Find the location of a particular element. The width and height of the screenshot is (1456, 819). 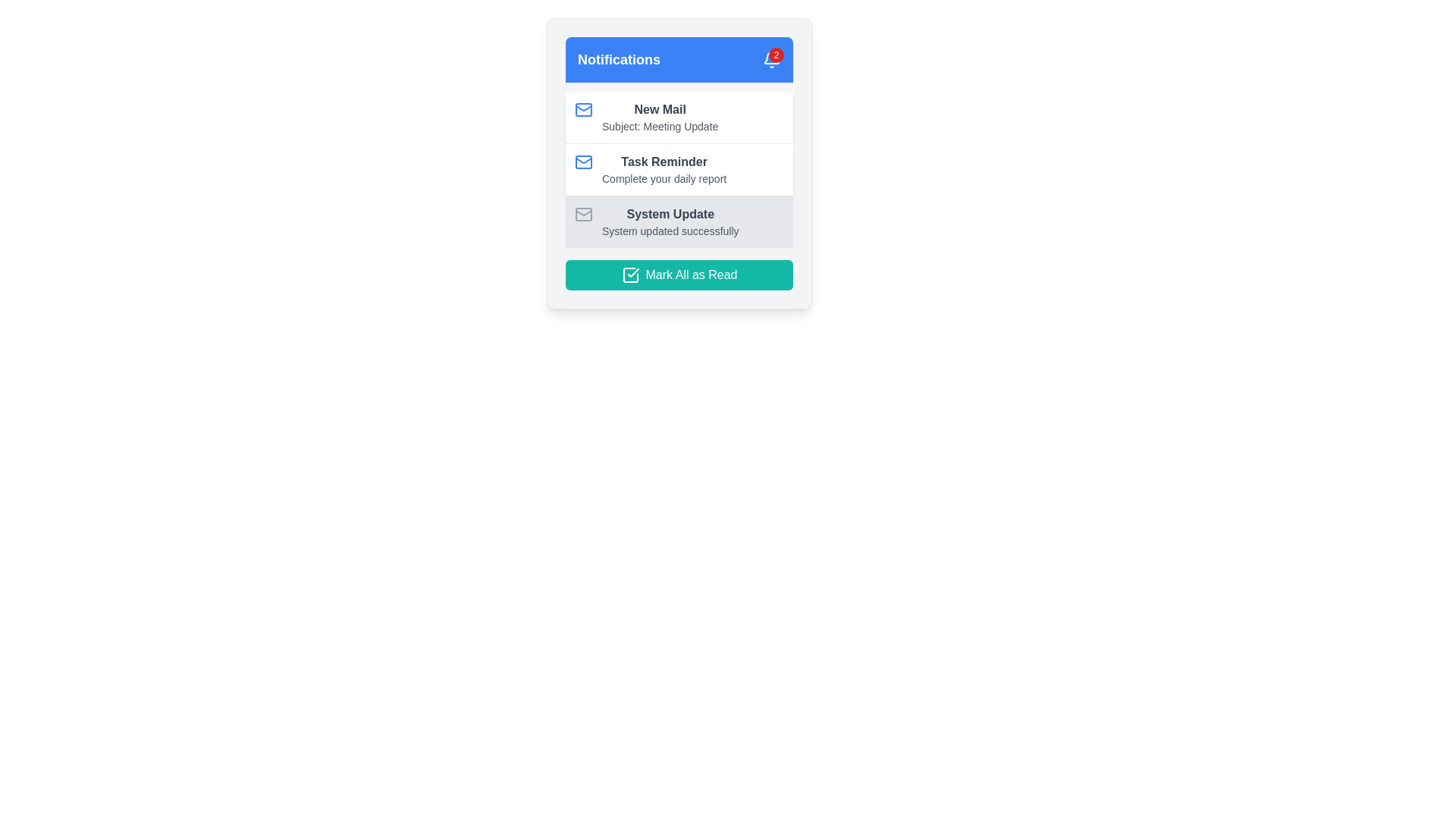

the mail or system update notification icon located in the bottom section of the notification card, specifically part of the 'System Update' row is located at coordinates (582, 214).